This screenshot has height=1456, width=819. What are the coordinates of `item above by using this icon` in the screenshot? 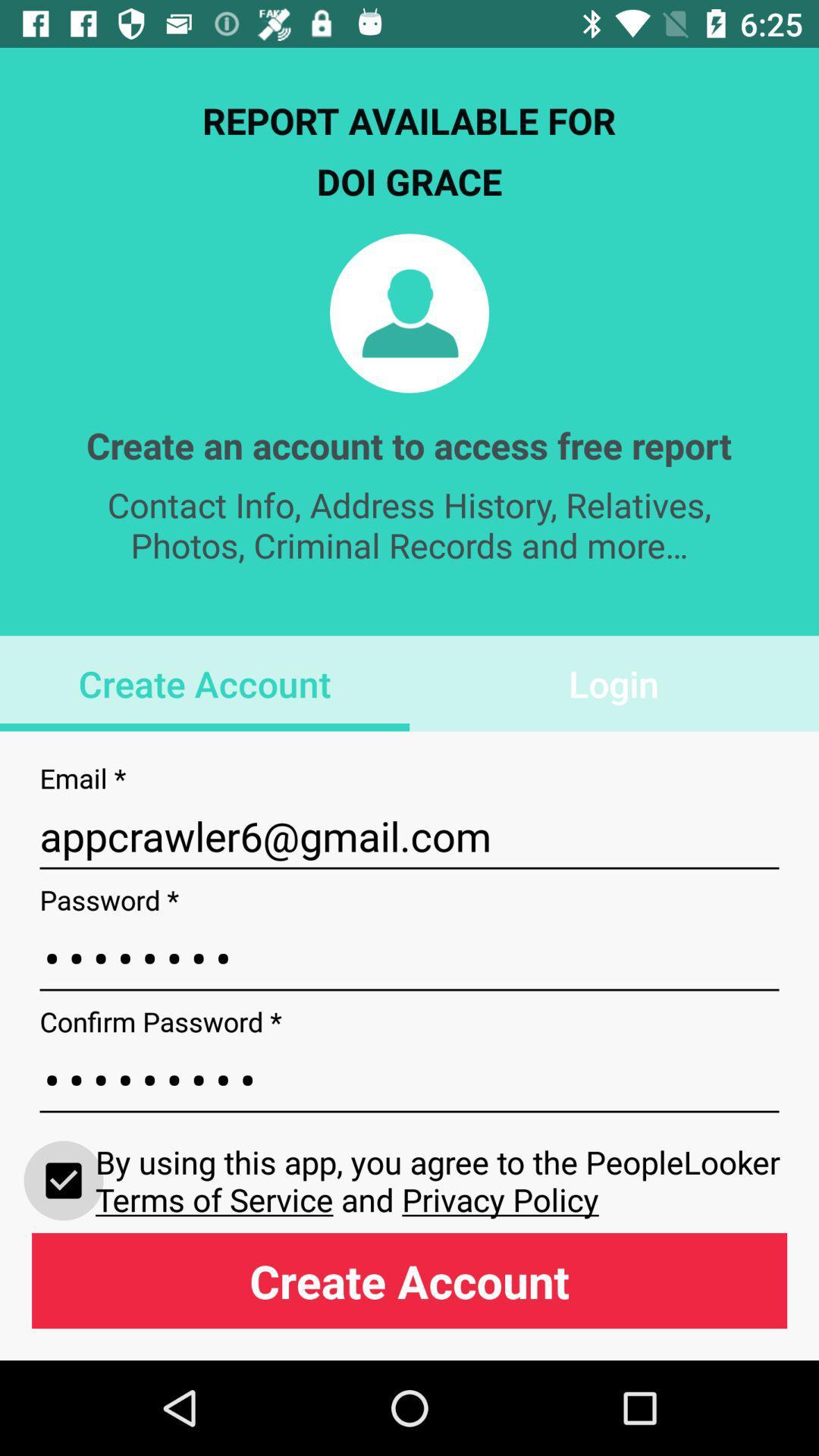 It's located at (409, 1079).